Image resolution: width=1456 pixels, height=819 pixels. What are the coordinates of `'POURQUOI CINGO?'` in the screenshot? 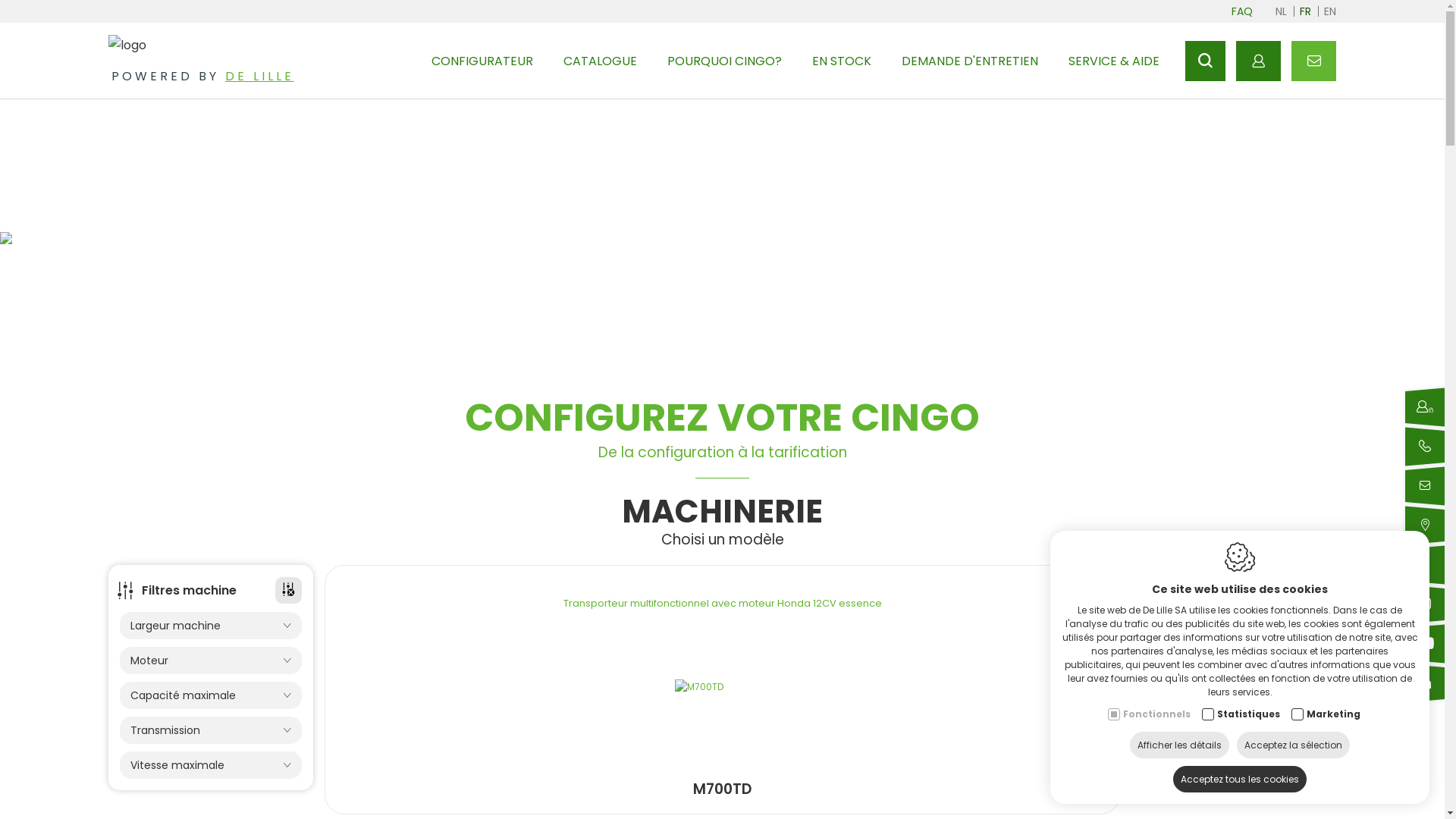 It's located at (667, 60).